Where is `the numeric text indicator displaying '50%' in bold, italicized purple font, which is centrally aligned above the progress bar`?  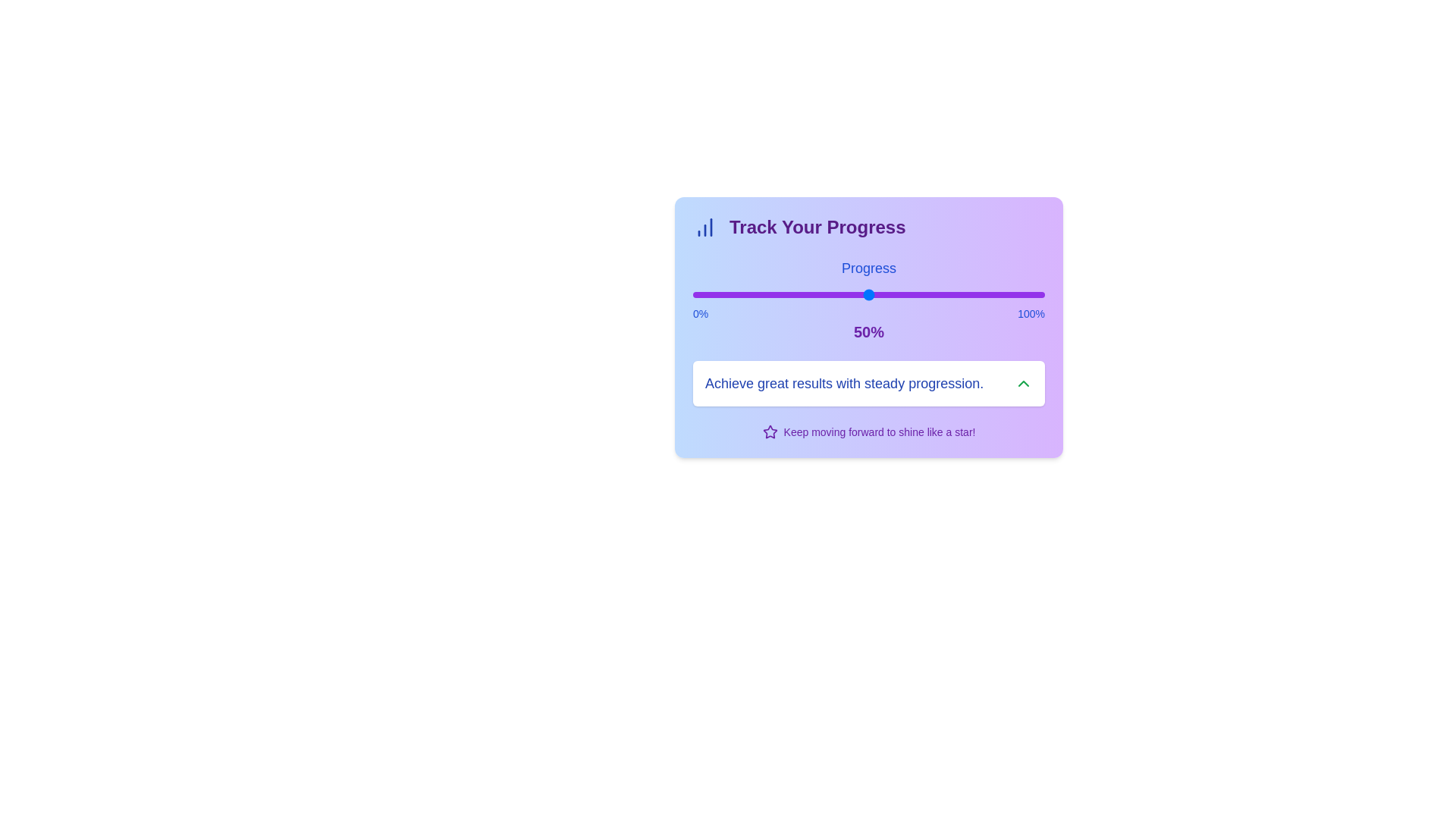
the numeric text indicator displaying '50%' in bold, italicized purple font, which is centrally aligned above the progress bar is located at coordinates (869, 331).